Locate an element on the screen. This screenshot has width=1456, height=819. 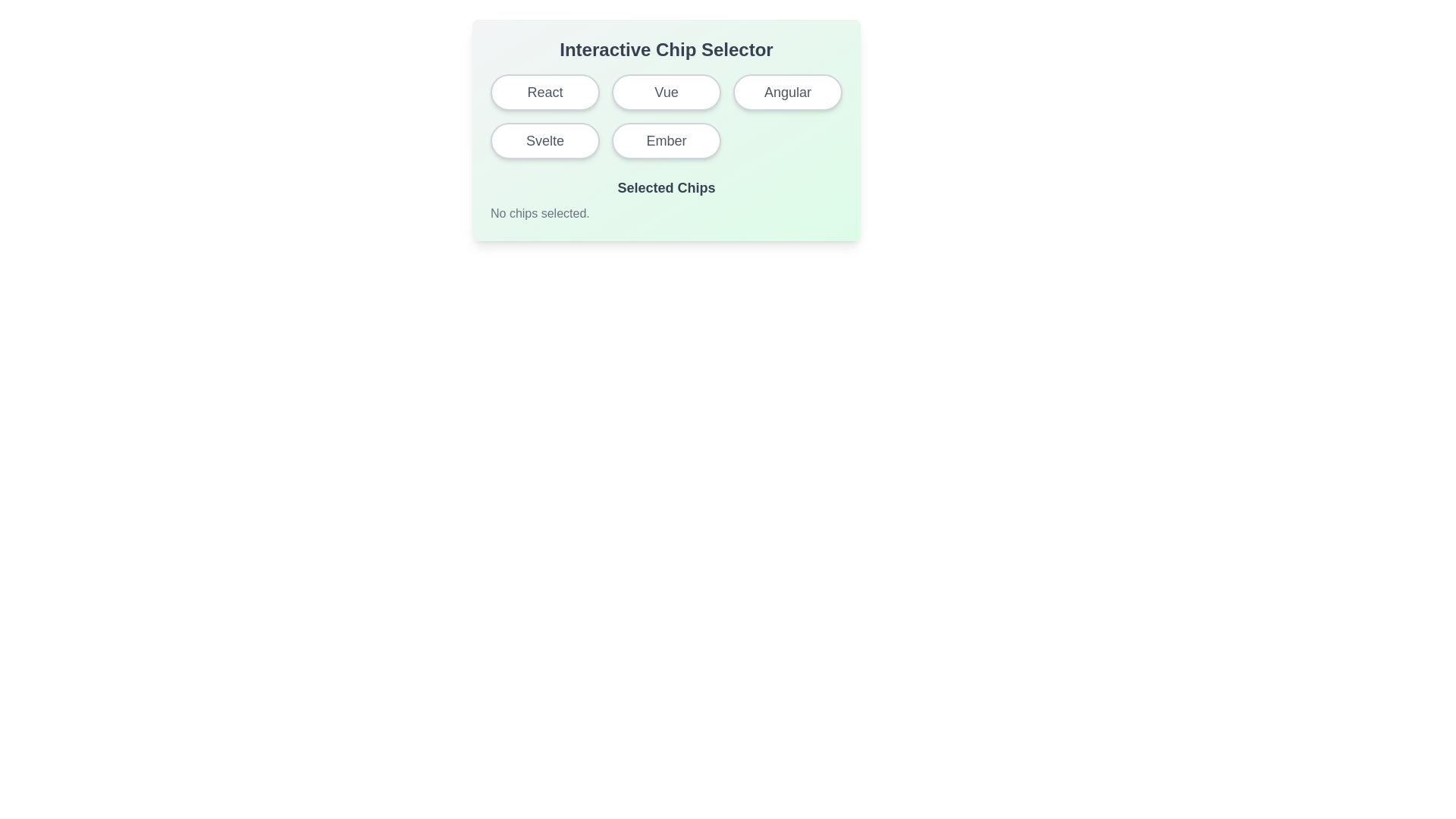
the first button labeled 'React' in the top-left corner of the grid layout is located at coordinates (545, 93).